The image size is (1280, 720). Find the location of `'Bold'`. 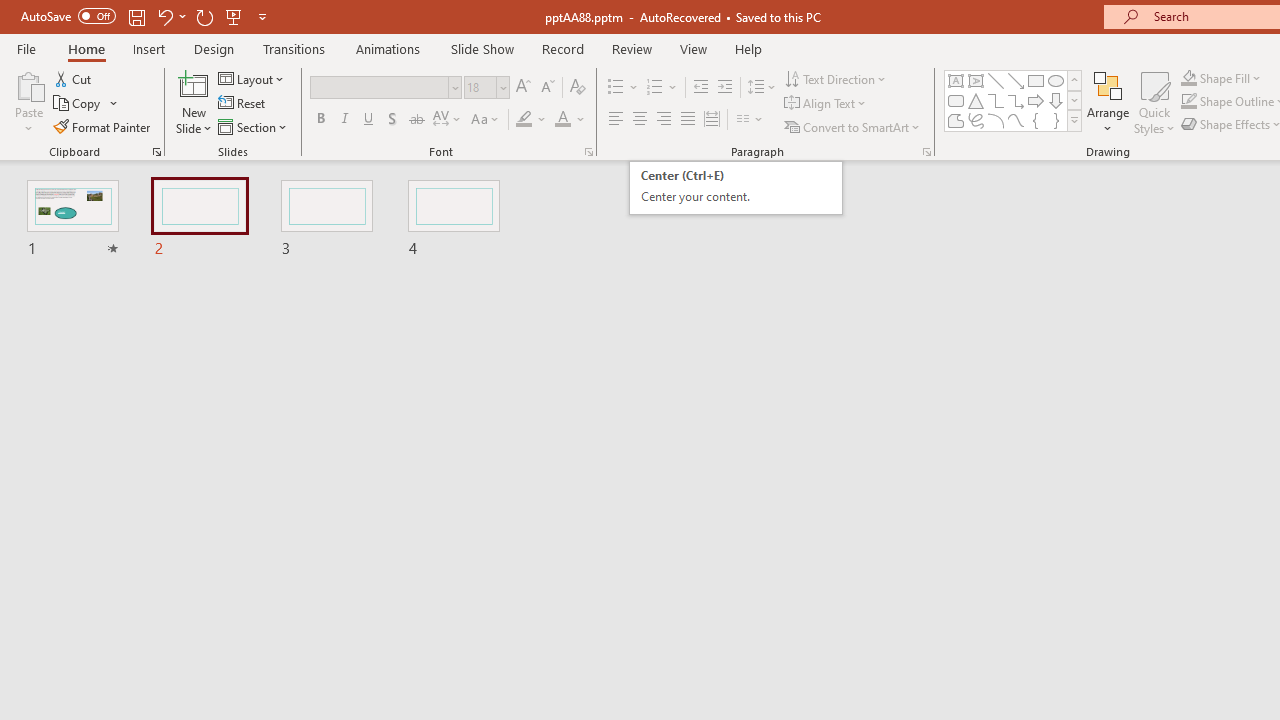

'Bold' is located at coordinates (320, 119).